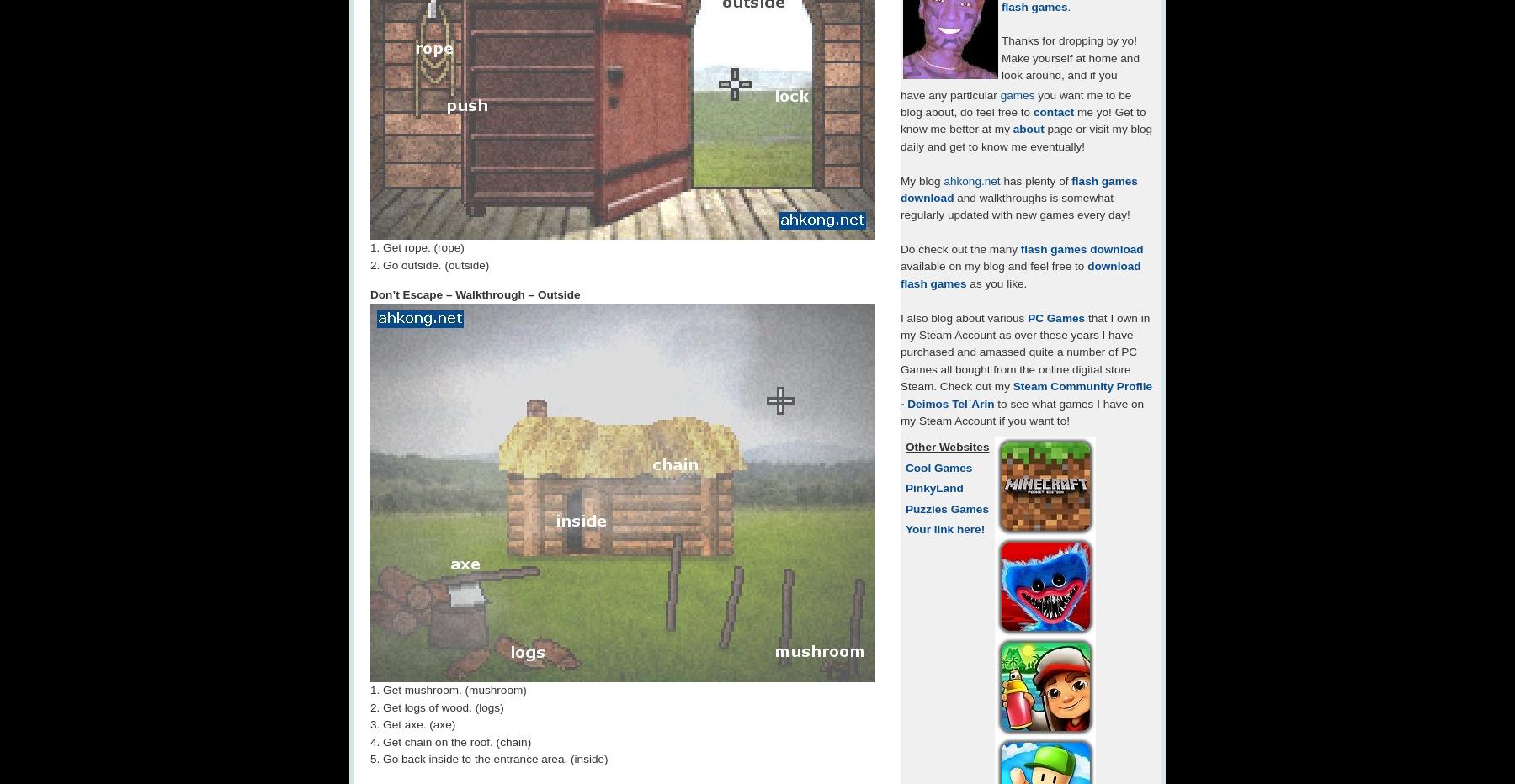  Describe the element at coordinates (963, 316) in the screenshot. I see `'I also blog about various'` at that location.